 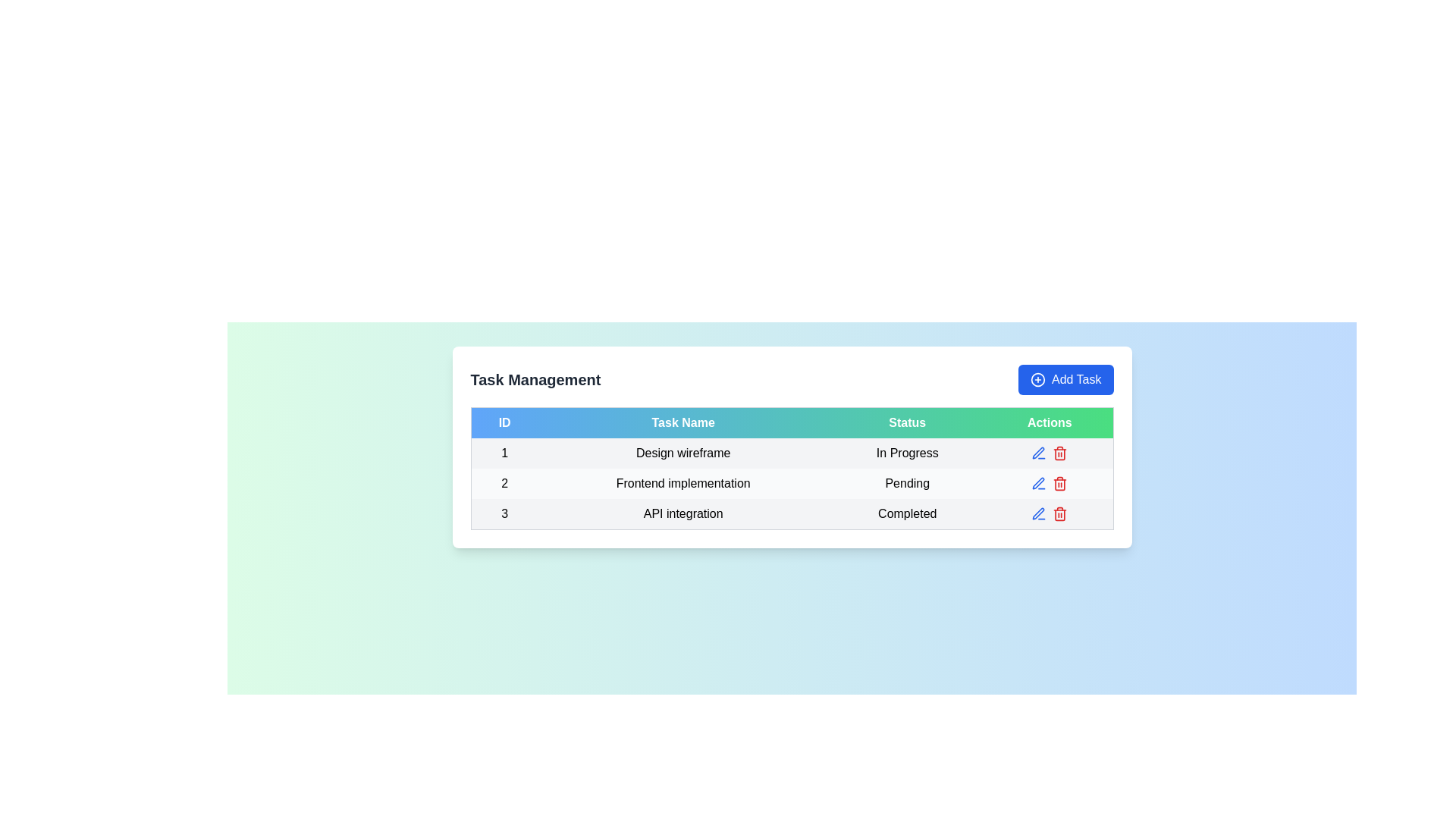 I want to click on text label displaying 'In Progress' in the 'Status' column of the task management table, so click(x=907, y=452).